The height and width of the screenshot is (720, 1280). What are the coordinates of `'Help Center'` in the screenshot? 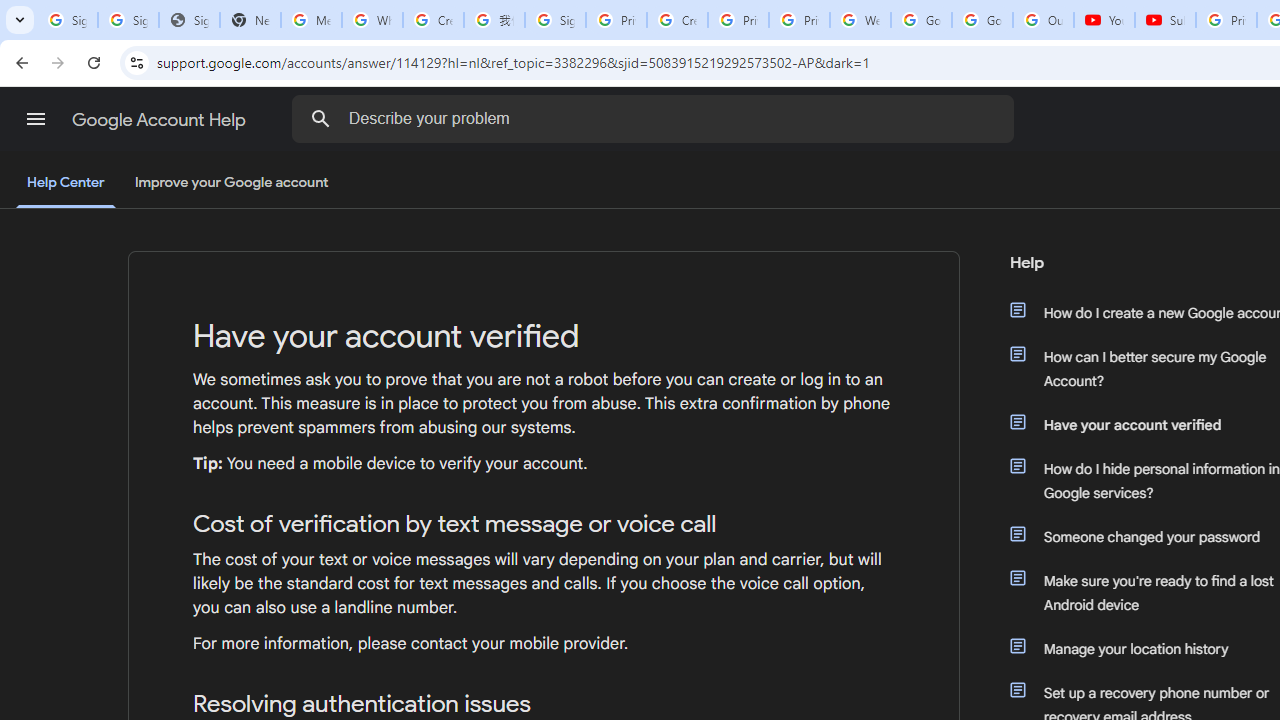 It's located at (65, 183).